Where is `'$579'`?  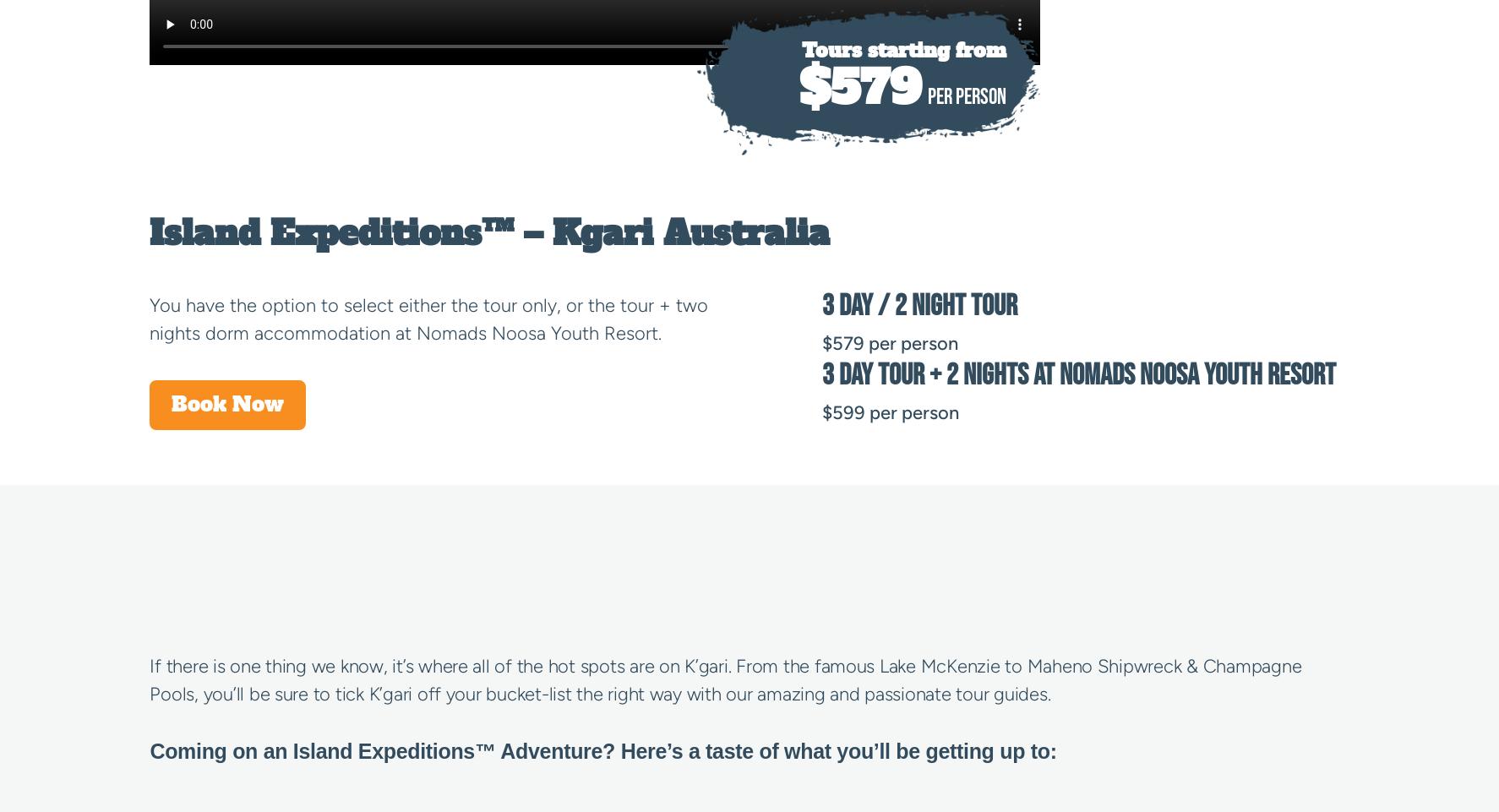 '$579' is located at coordinates (799, 87).